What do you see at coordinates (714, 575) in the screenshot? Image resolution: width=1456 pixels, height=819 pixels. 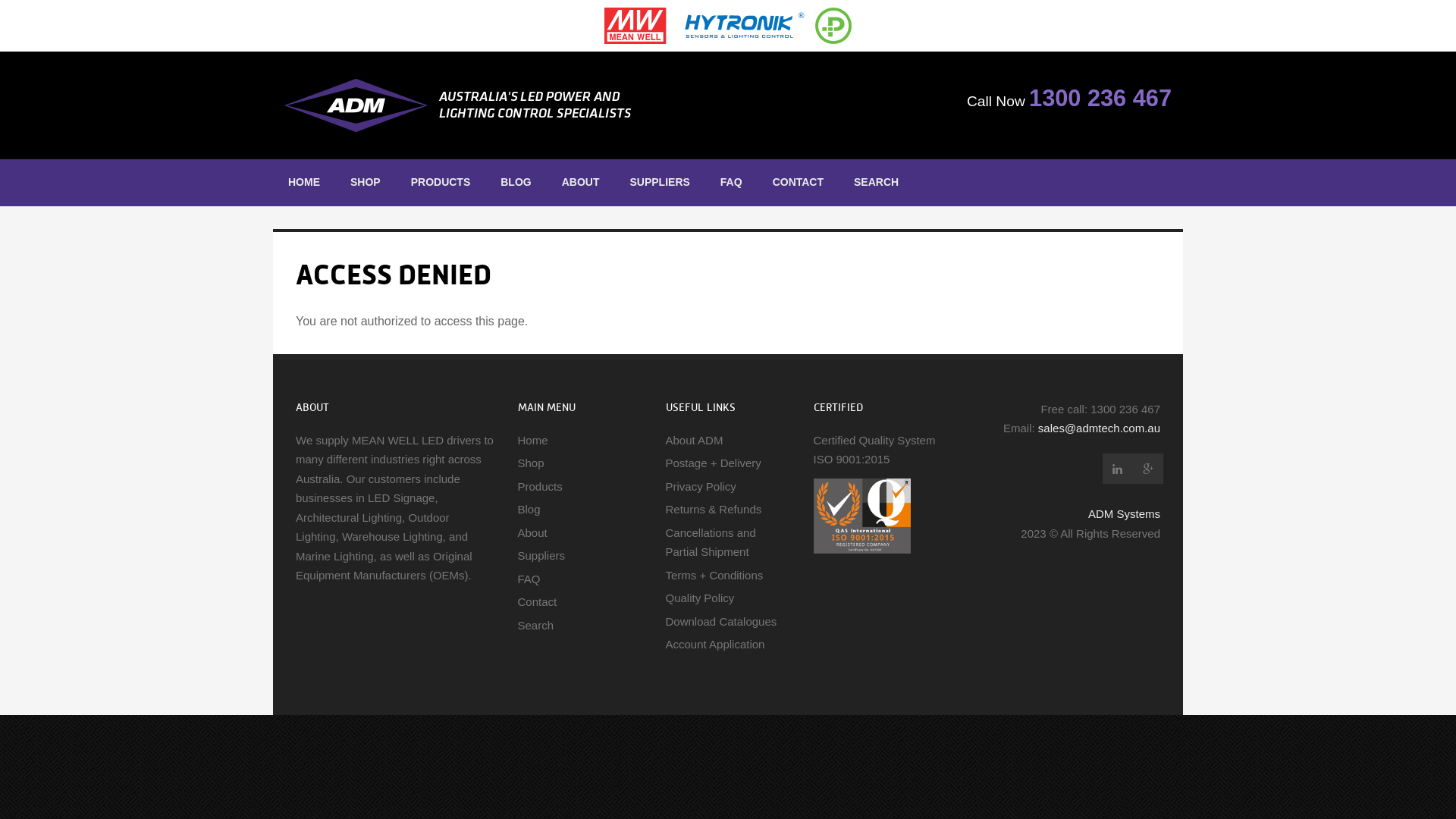 I see `'Terms + Conditions'` at bounding box center [714, 575].